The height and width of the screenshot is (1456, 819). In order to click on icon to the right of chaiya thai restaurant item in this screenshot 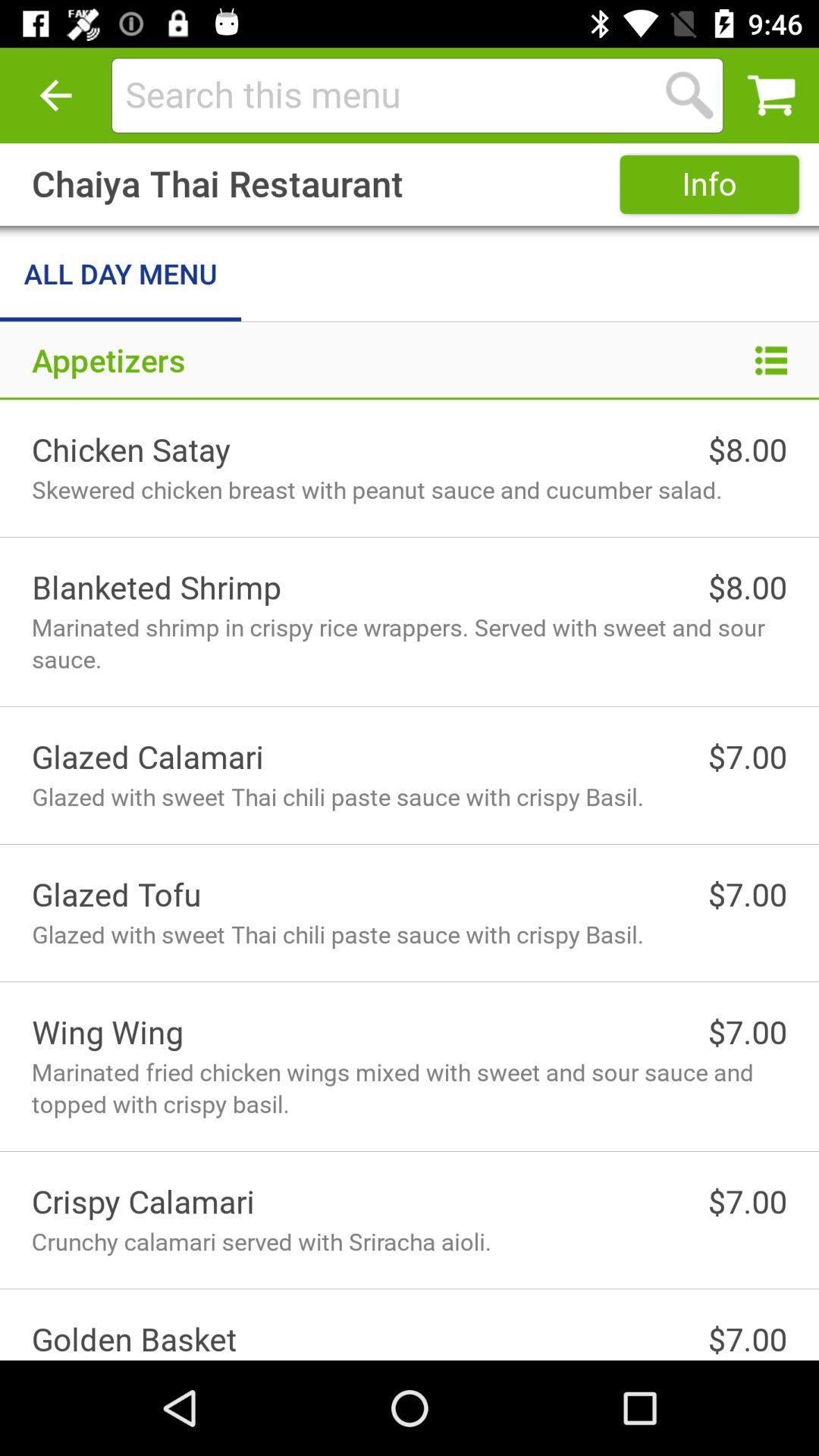, I will do `click(709, 184)`.